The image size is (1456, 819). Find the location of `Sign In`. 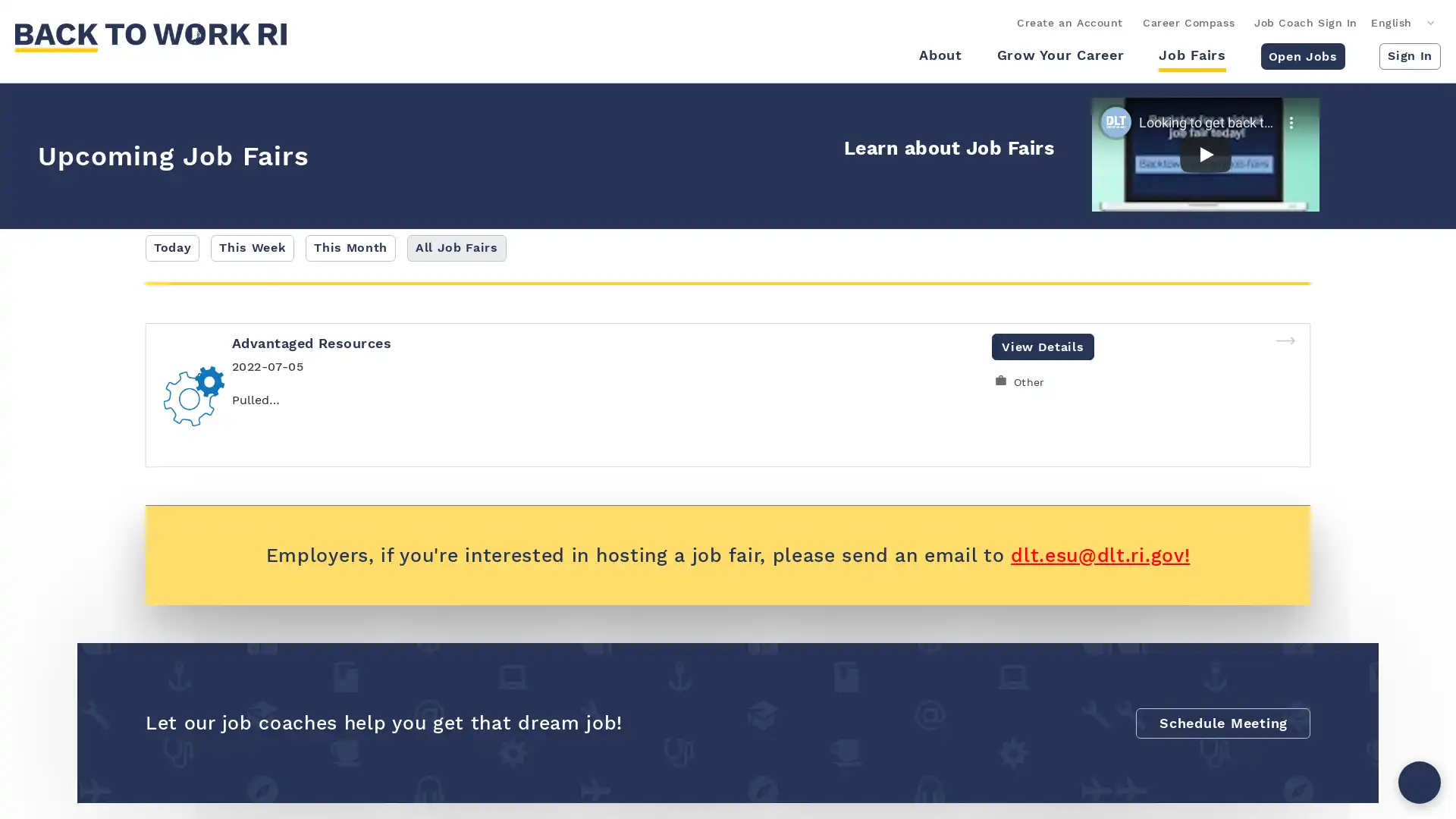

Sign In is located at coordinates (1409, 55).